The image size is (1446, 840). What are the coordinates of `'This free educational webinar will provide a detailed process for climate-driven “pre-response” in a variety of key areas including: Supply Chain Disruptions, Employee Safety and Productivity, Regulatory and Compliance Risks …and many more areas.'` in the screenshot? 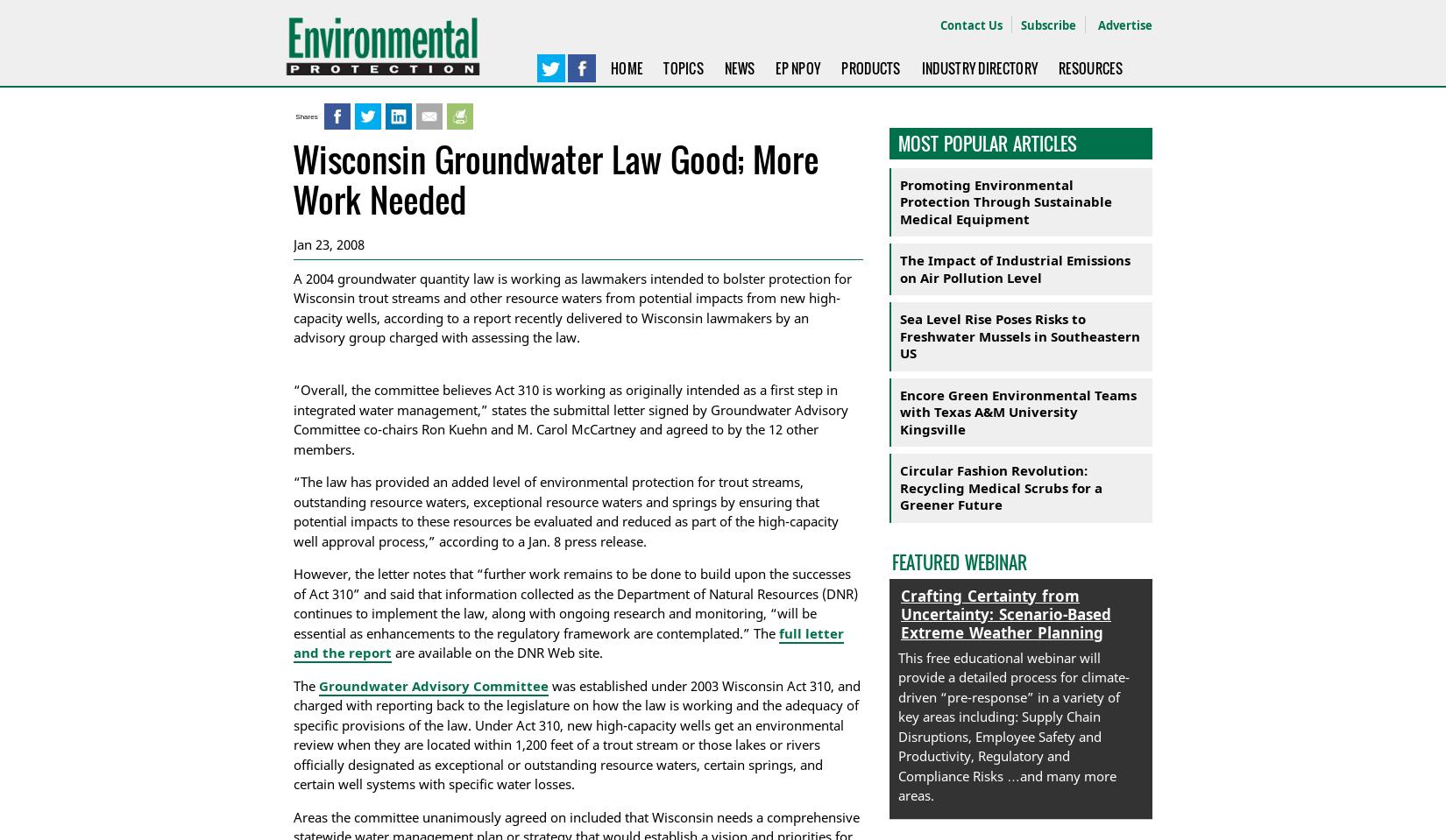 It's located at (897, 724).